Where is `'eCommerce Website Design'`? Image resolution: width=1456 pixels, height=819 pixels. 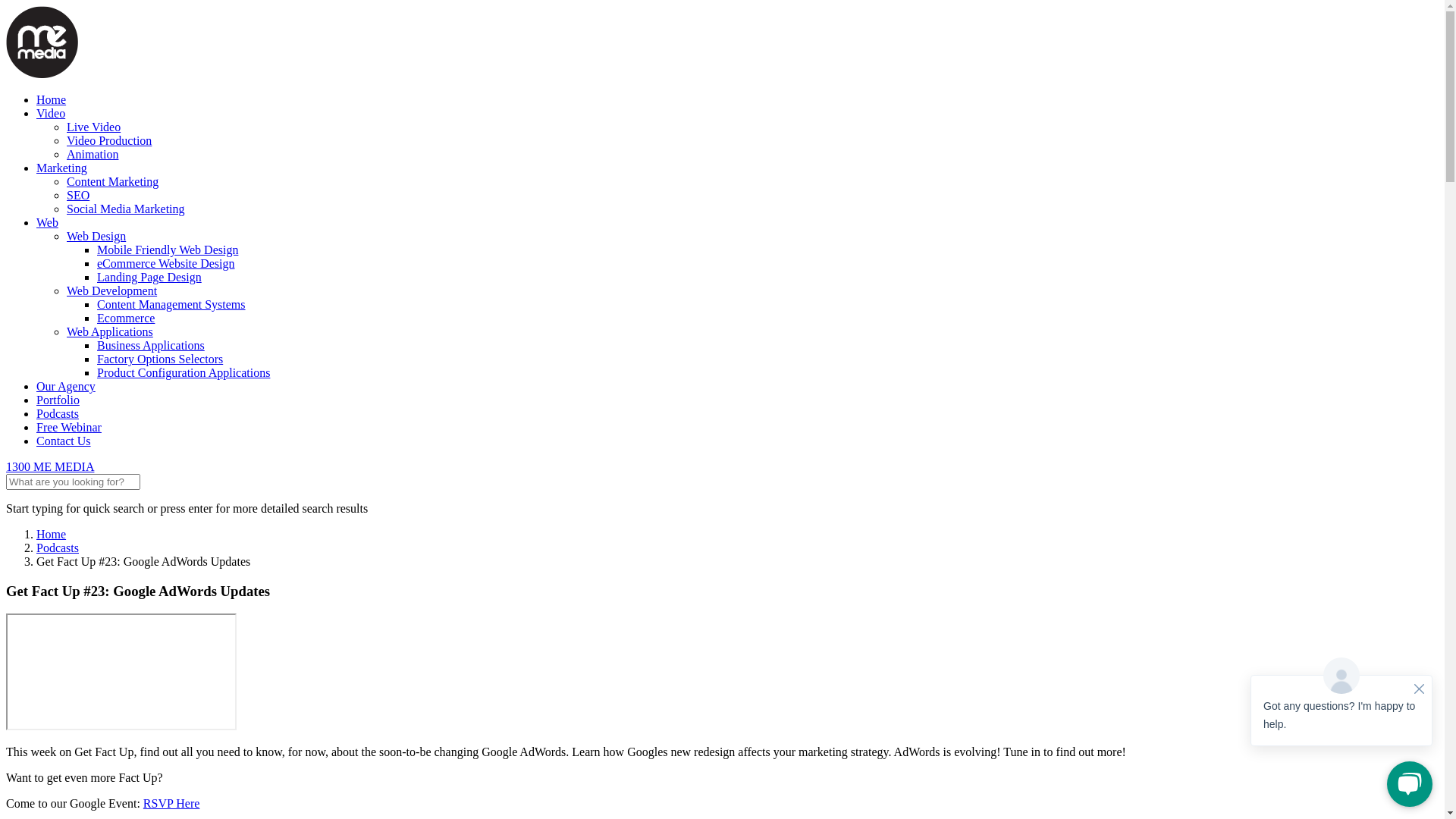
'eCommerce Website Design' is located at coordinates (165, 262).